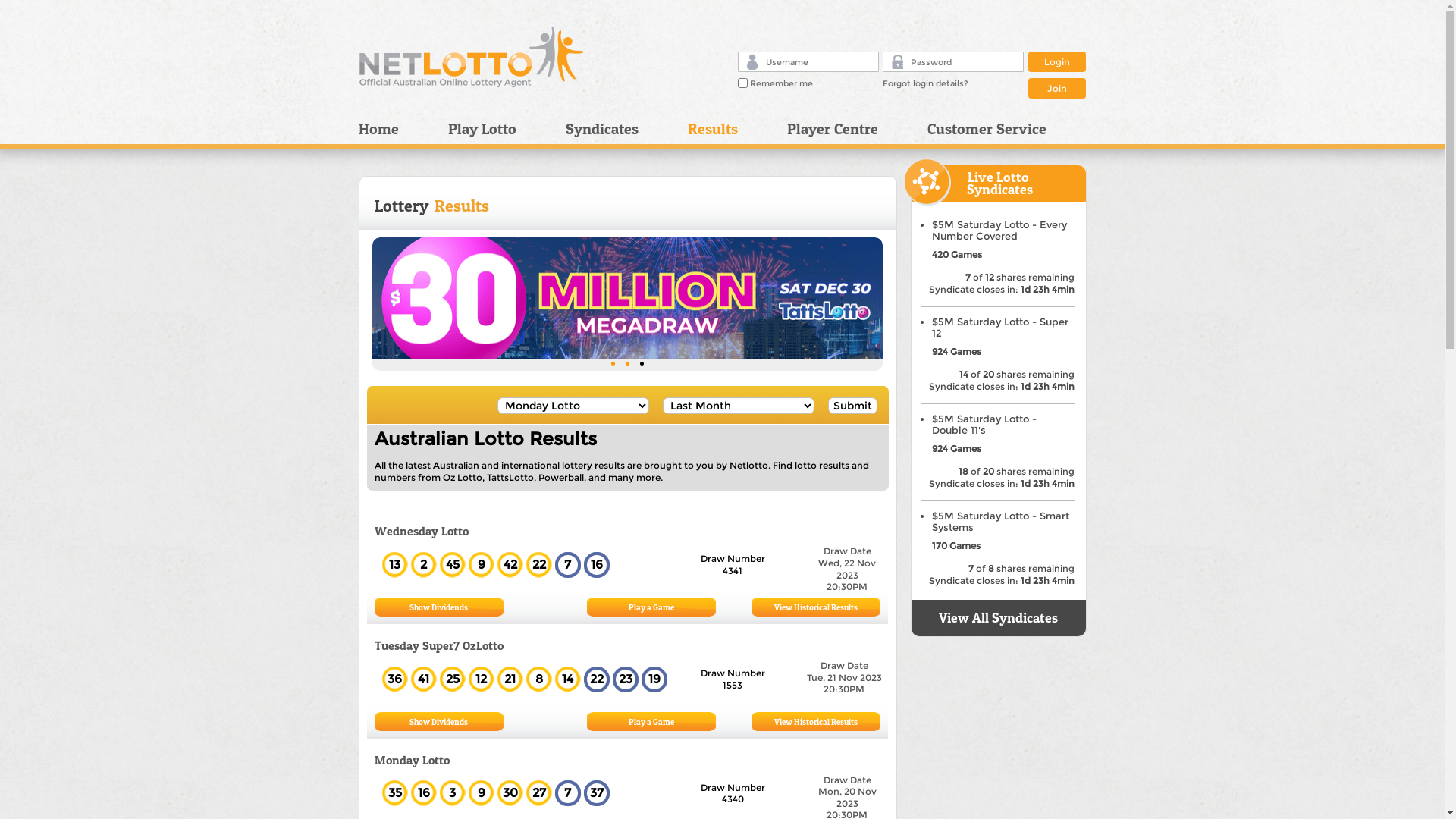  Describe the element at coordinates (409, 606) in the screenshot. I see `'Show Dividends'` at that location.